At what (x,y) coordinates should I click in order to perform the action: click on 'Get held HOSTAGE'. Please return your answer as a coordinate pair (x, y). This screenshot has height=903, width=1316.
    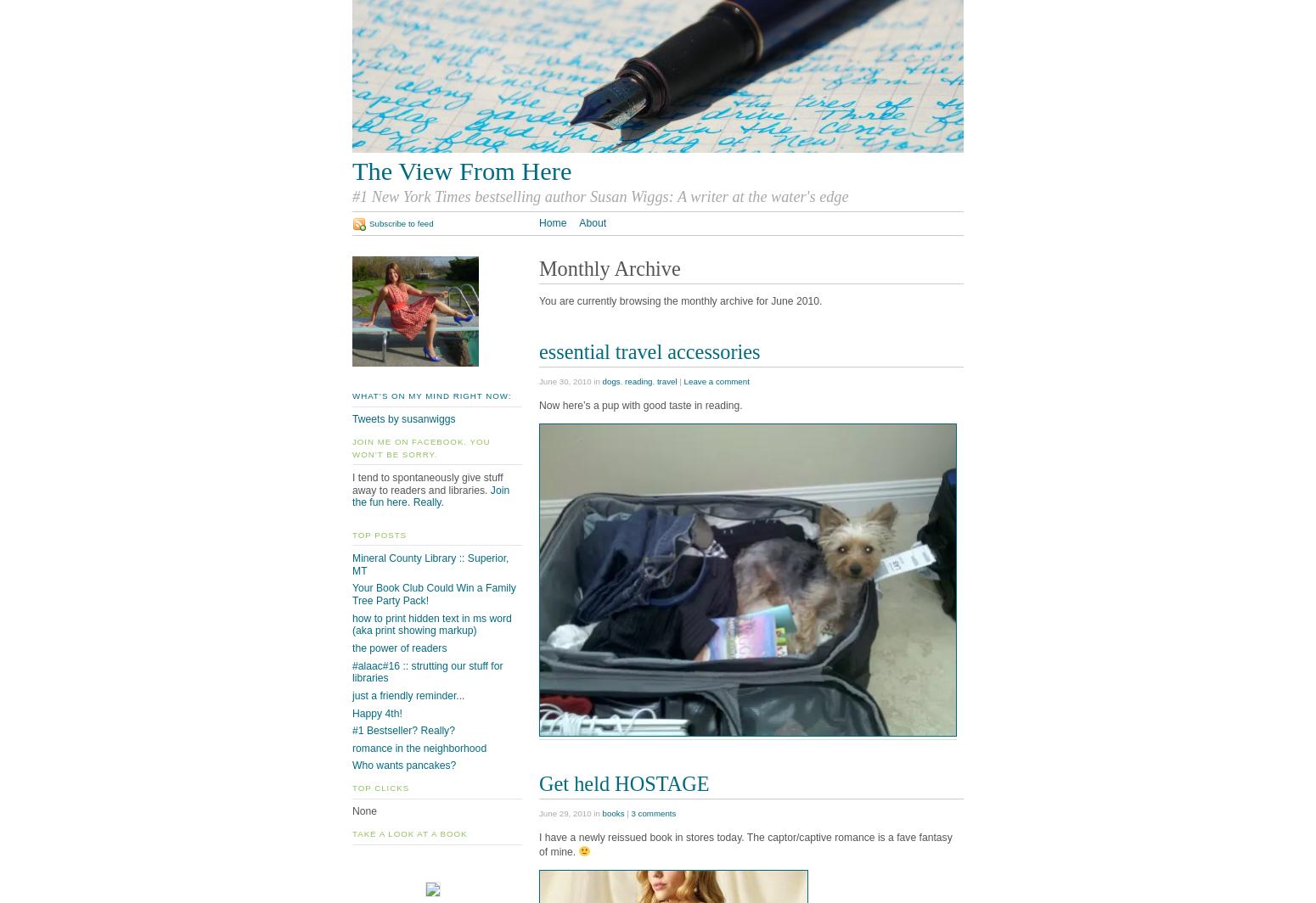
    Looking at the image, I should click on (624, 782).